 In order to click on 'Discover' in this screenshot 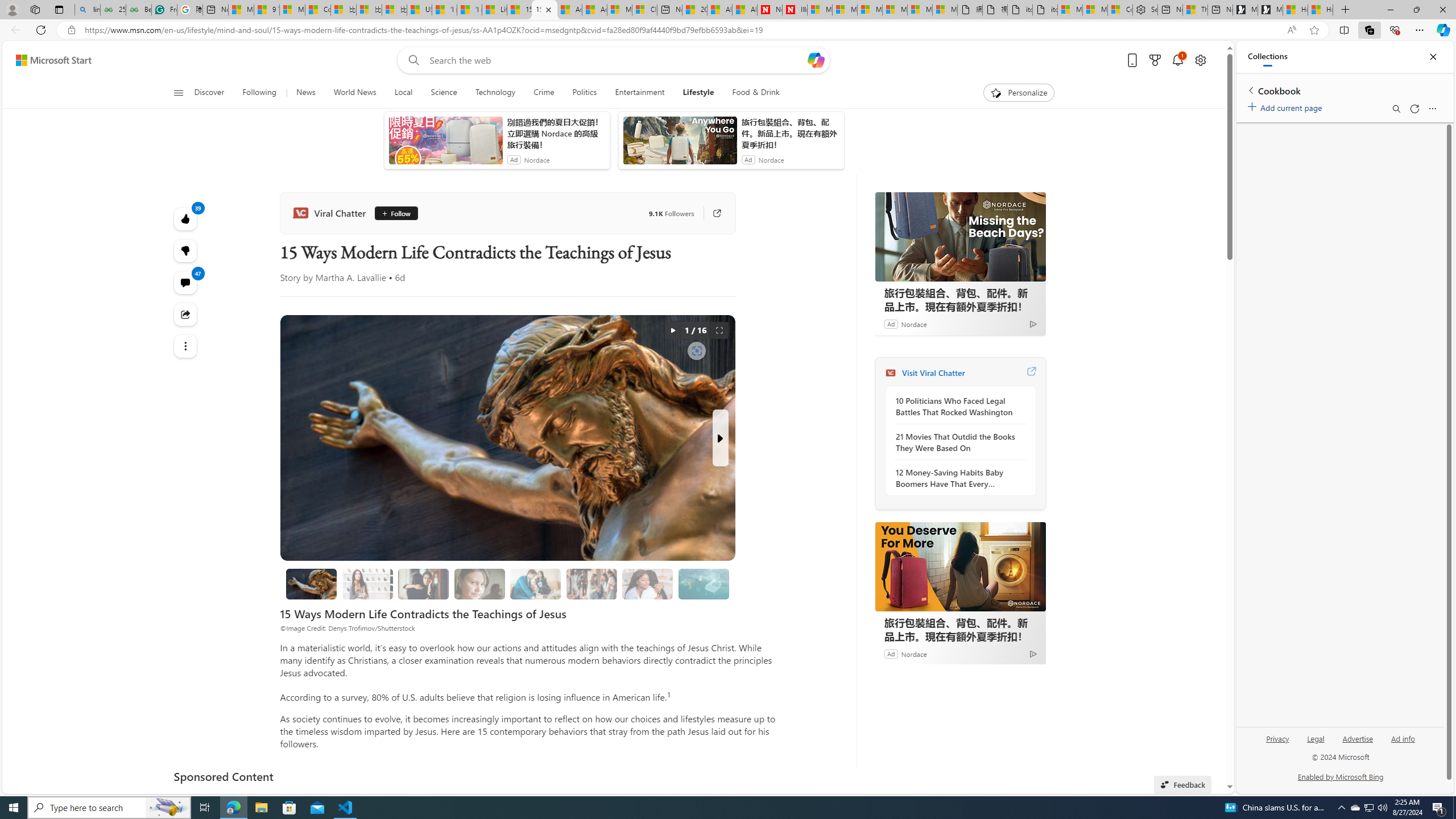, I will do `click(208, 92)`.